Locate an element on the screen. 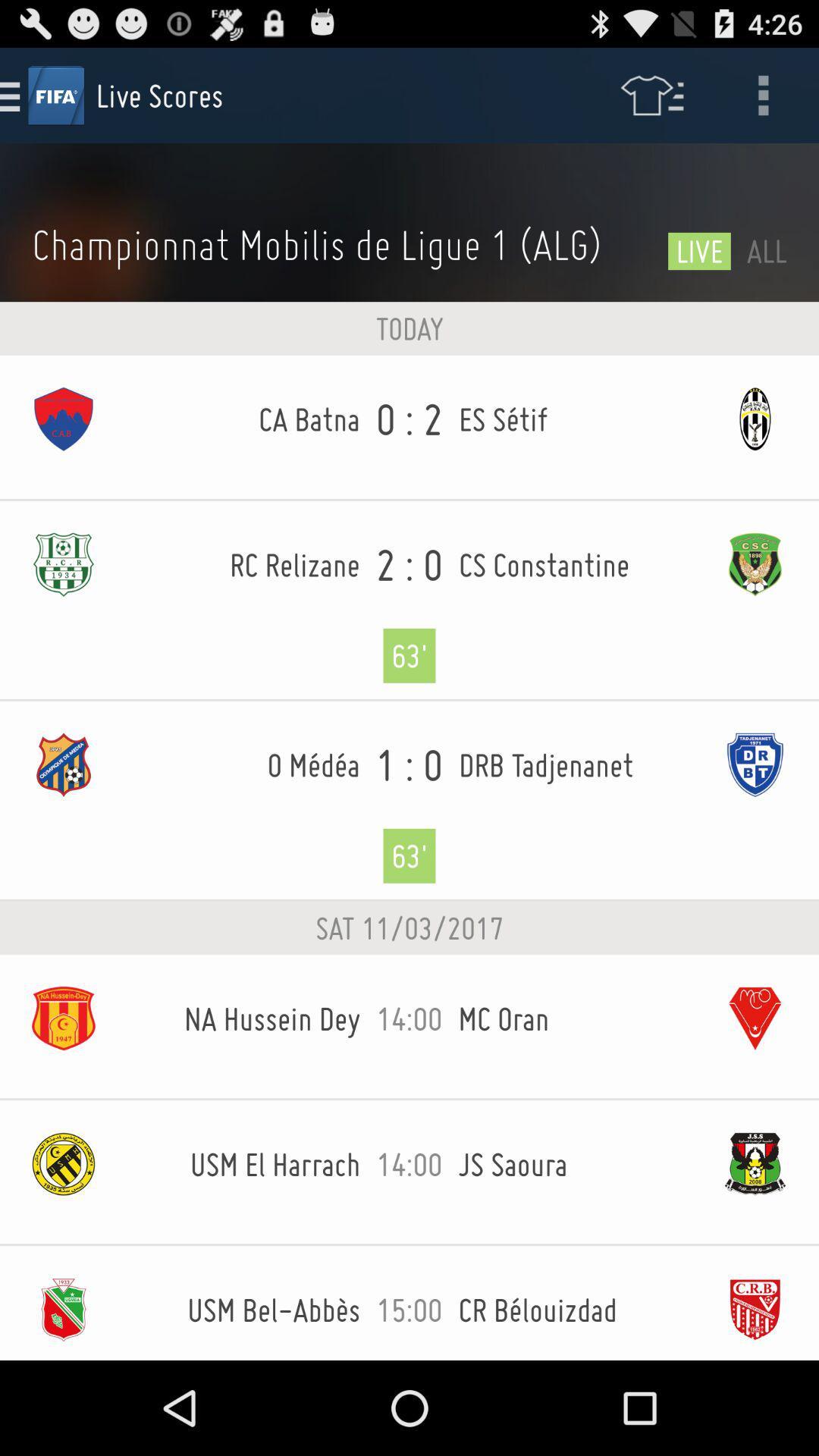 This screenshot has width=819, height=1456. the item to the right of 14:00 is located at coordinates (575, 1018).